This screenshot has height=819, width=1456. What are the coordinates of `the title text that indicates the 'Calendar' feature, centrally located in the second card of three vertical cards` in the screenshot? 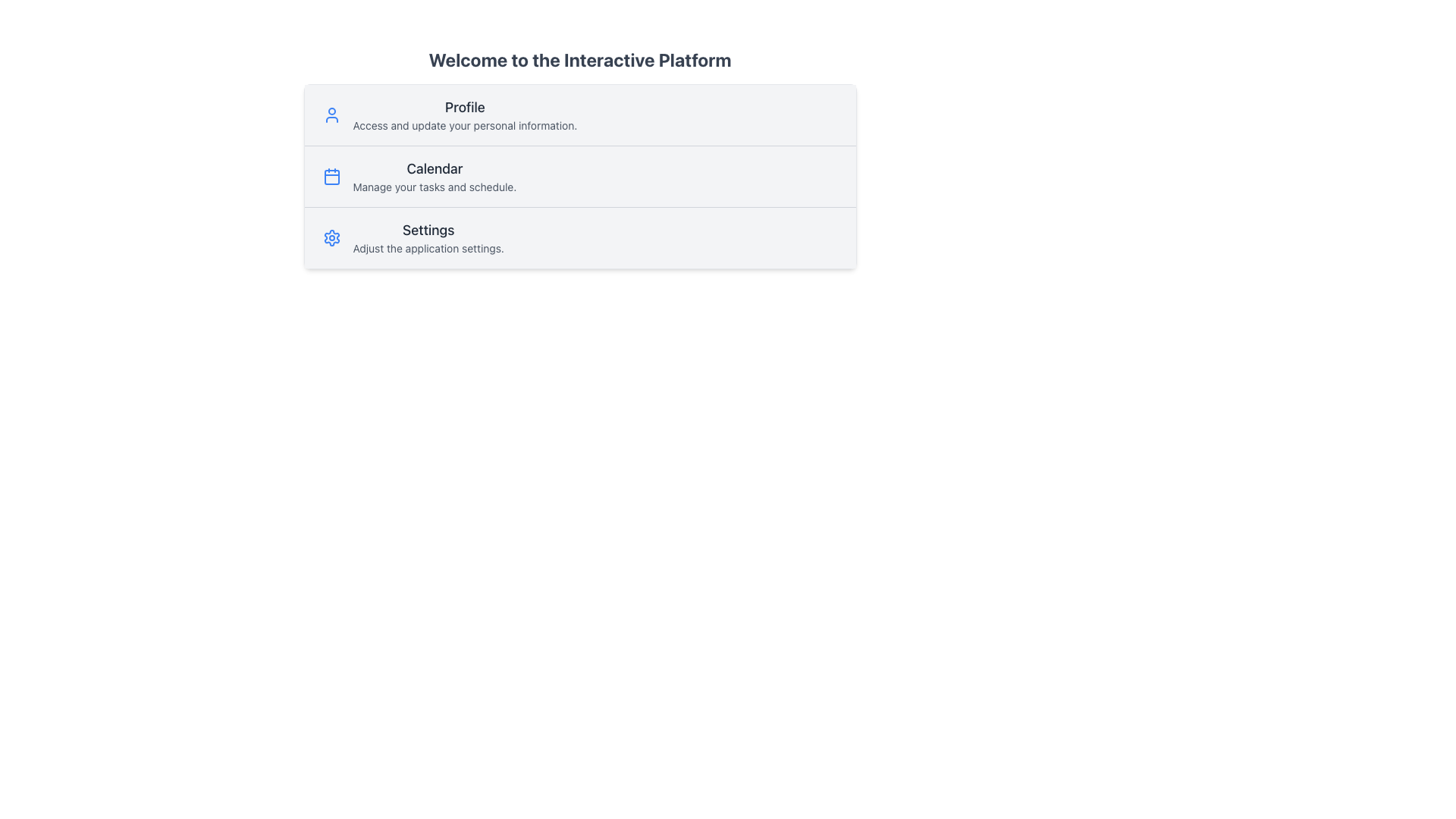 It's located at (434, 169).